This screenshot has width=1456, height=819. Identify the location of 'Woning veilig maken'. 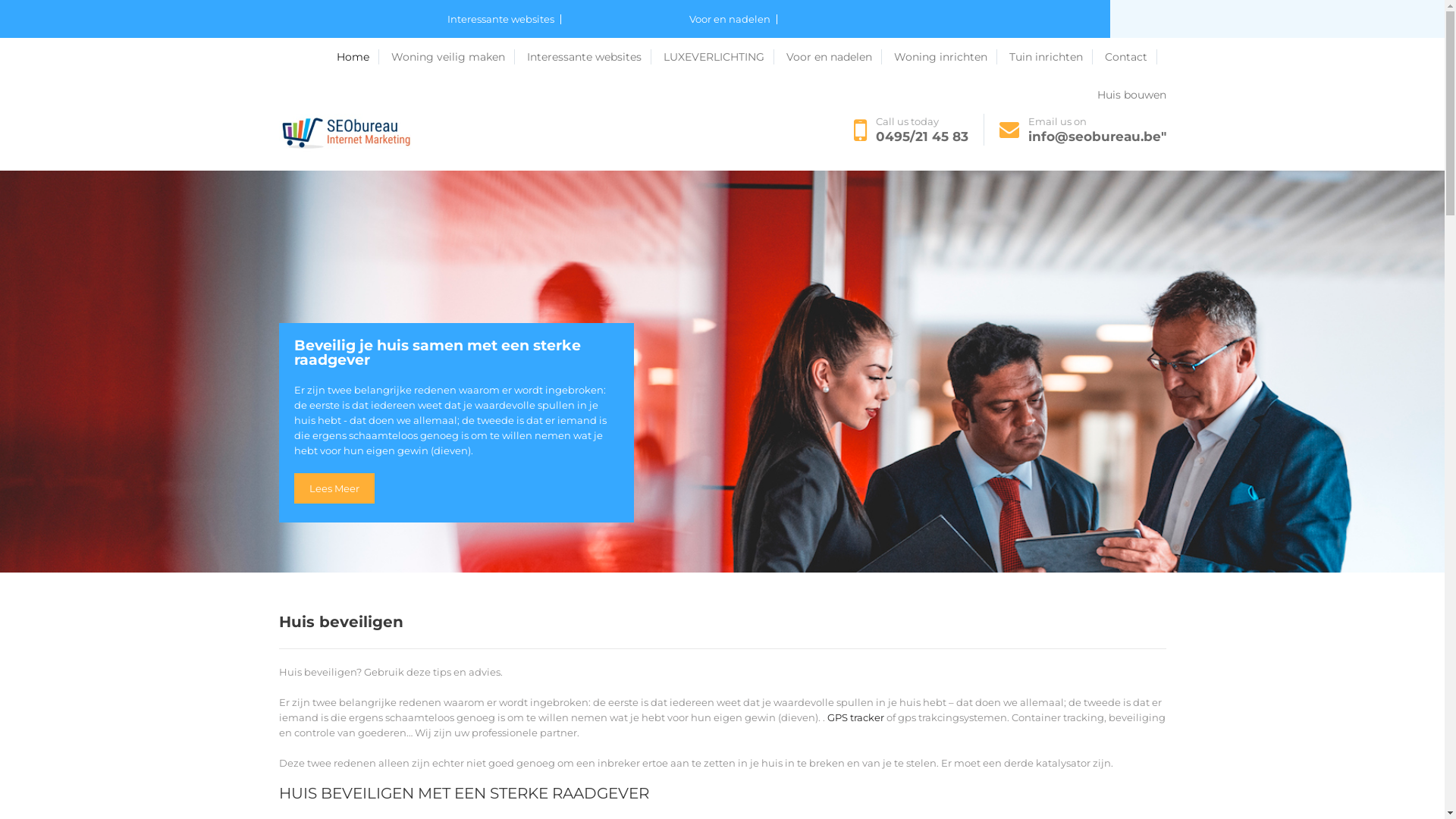
(381, 56).